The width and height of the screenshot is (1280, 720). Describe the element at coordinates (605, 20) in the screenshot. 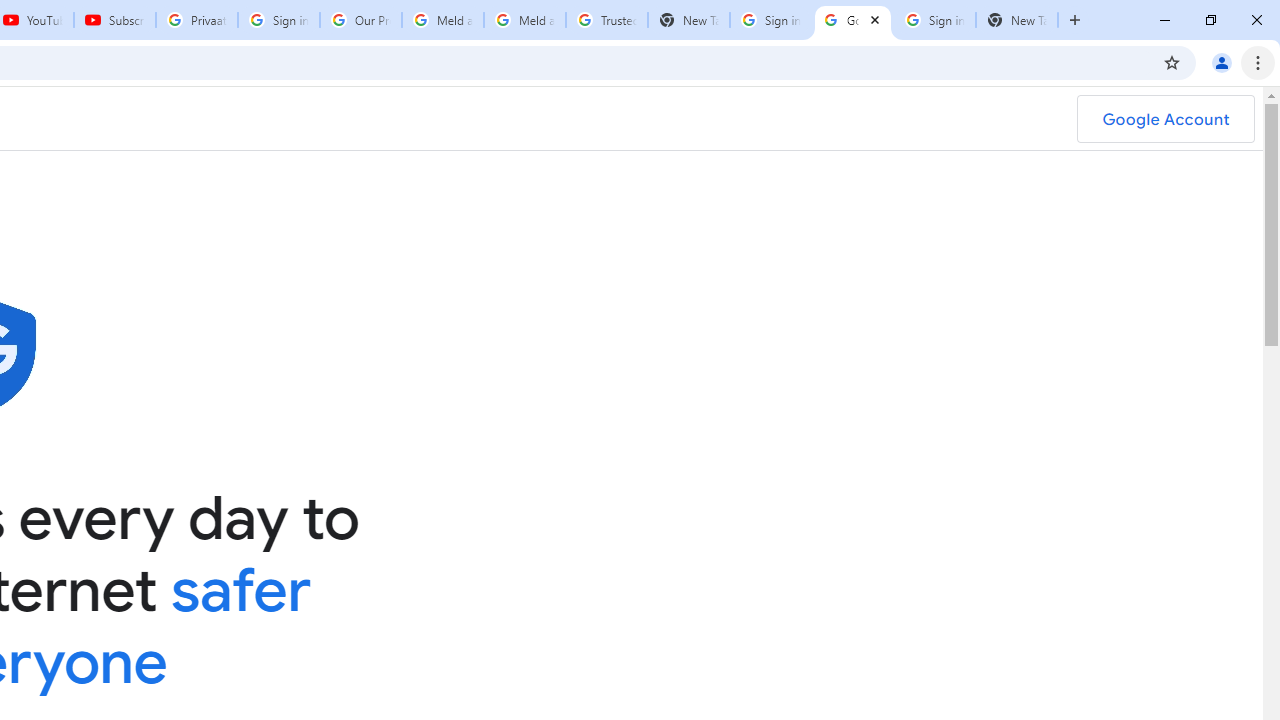

I see `'Trusted Information and Content - Google Safety Center'` at that location.